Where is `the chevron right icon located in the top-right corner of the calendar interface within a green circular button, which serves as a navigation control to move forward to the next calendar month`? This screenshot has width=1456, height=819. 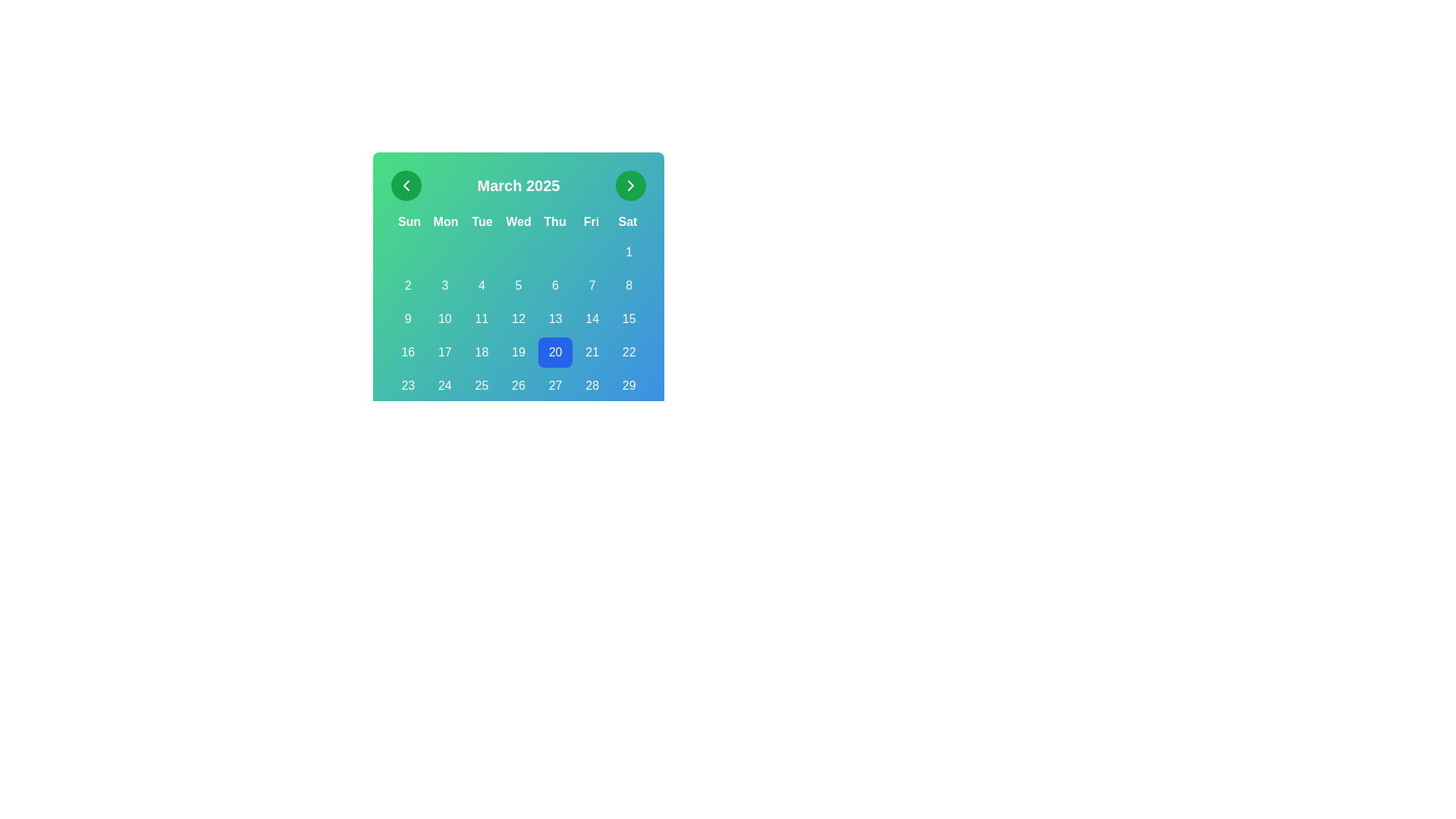
the chevron right icon located in the top-right corner of the calendar interface within a green circular button, which serves as a navigation control to move forward to the next calendar month is located at coordinates (630, 185).